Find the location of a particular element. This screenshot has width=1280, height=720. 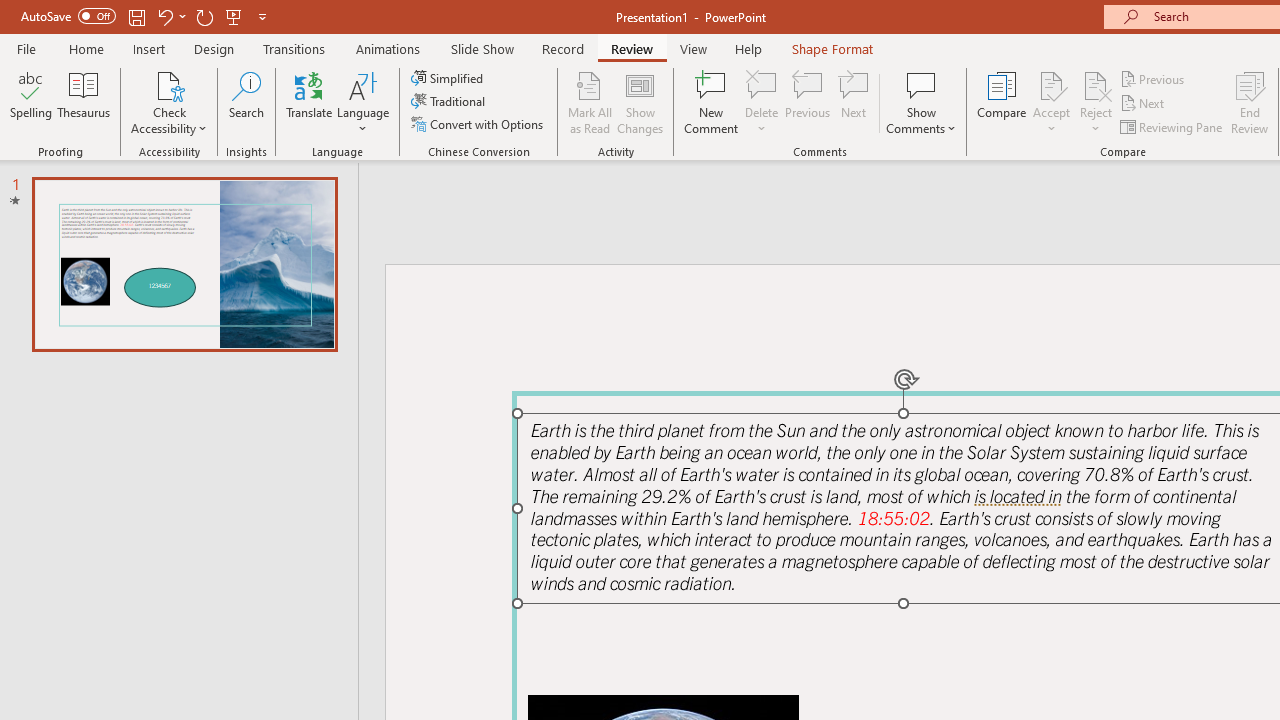

'Check Accessibility' is located at coordinates (169, 103).